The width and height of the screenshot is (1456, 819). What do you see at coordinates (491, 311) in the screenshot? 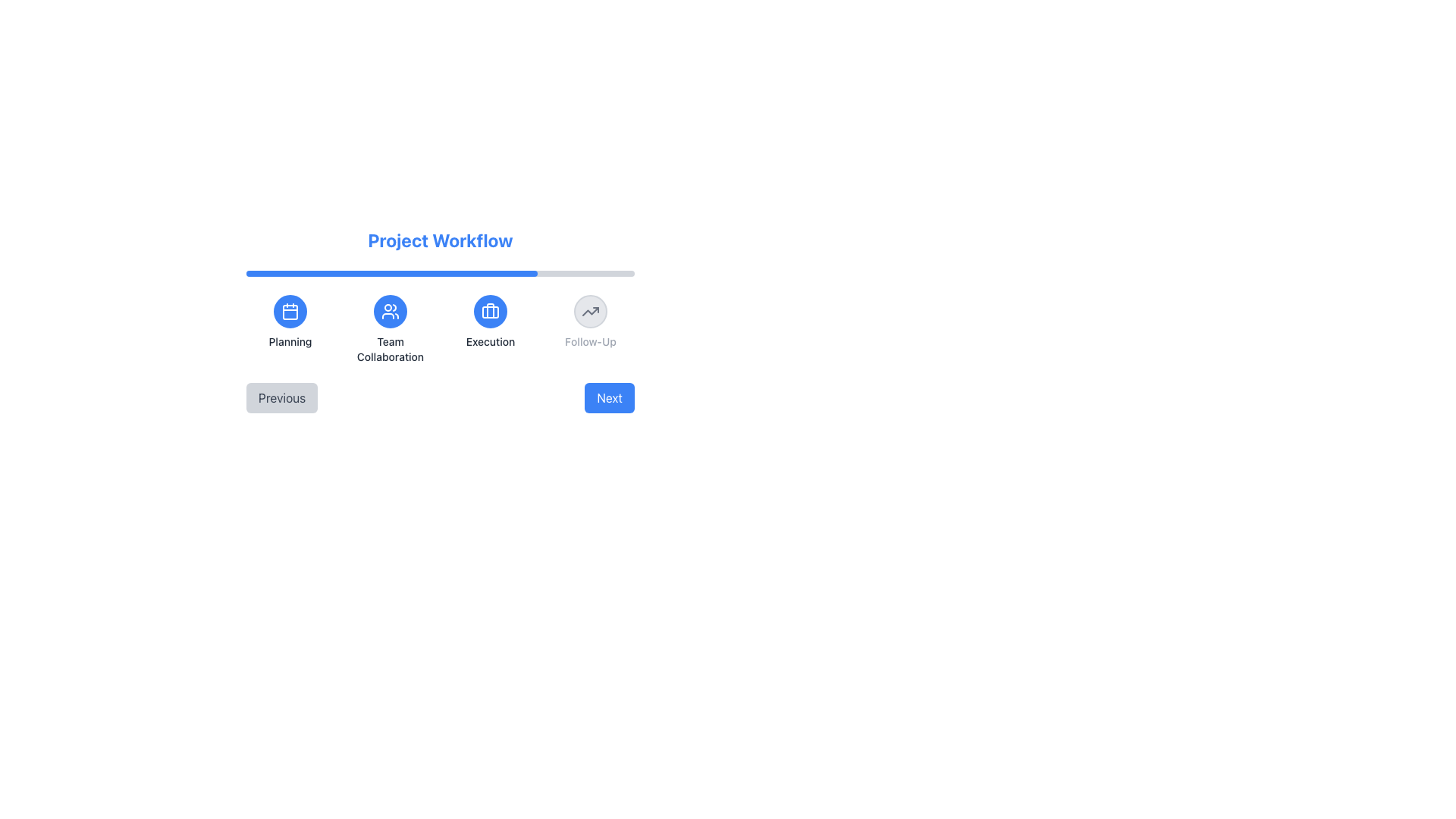
I see `the circular blue icon with a white briefcase symbol labeled 'Execution', which is the third icon in a horizontal sequence of four workflow icons` at bounding box center [491, 311].